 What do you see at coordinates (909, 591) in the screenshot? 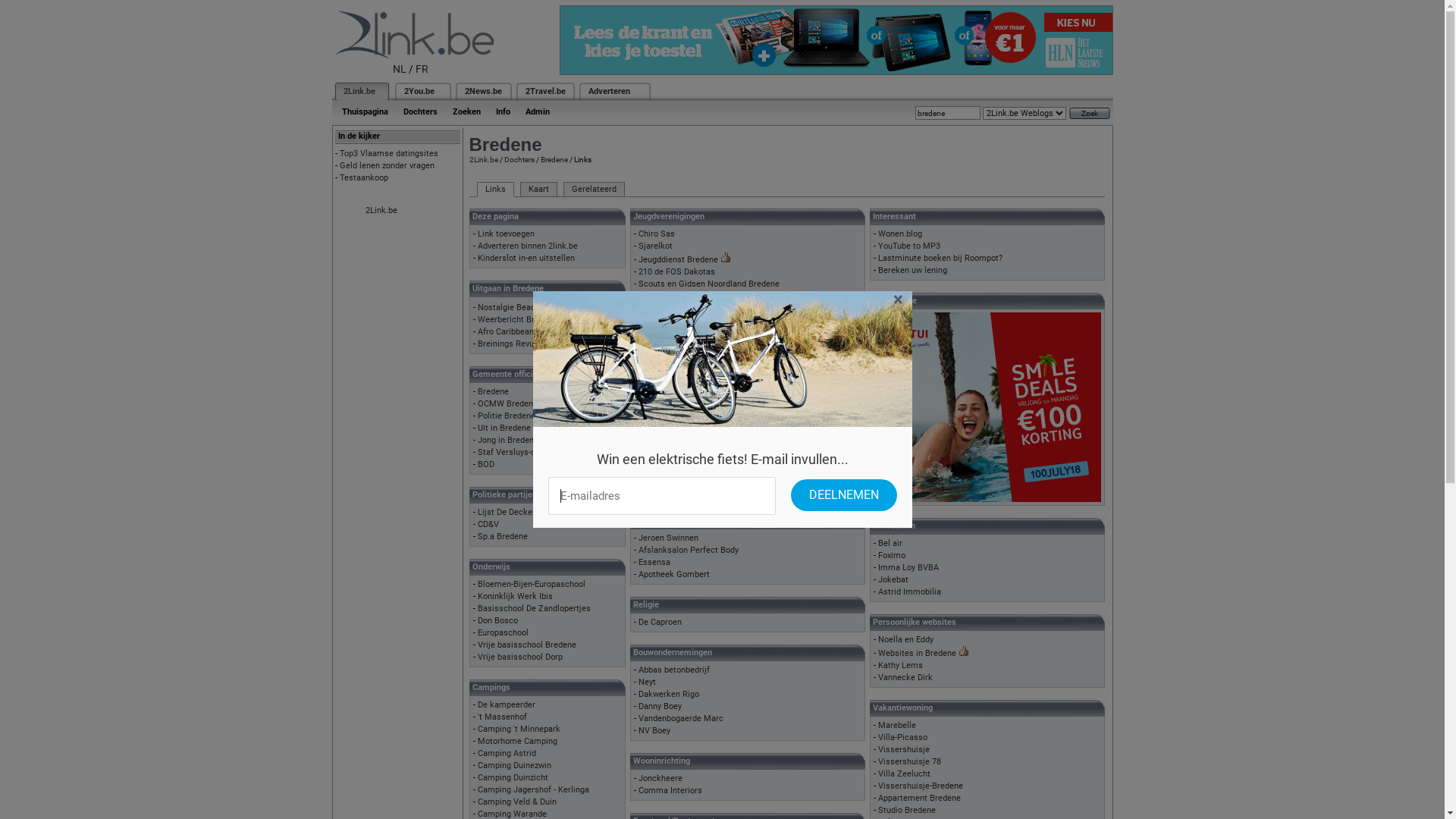
I see `'Astrid Immobilia'` at bounding box center [909, 591].